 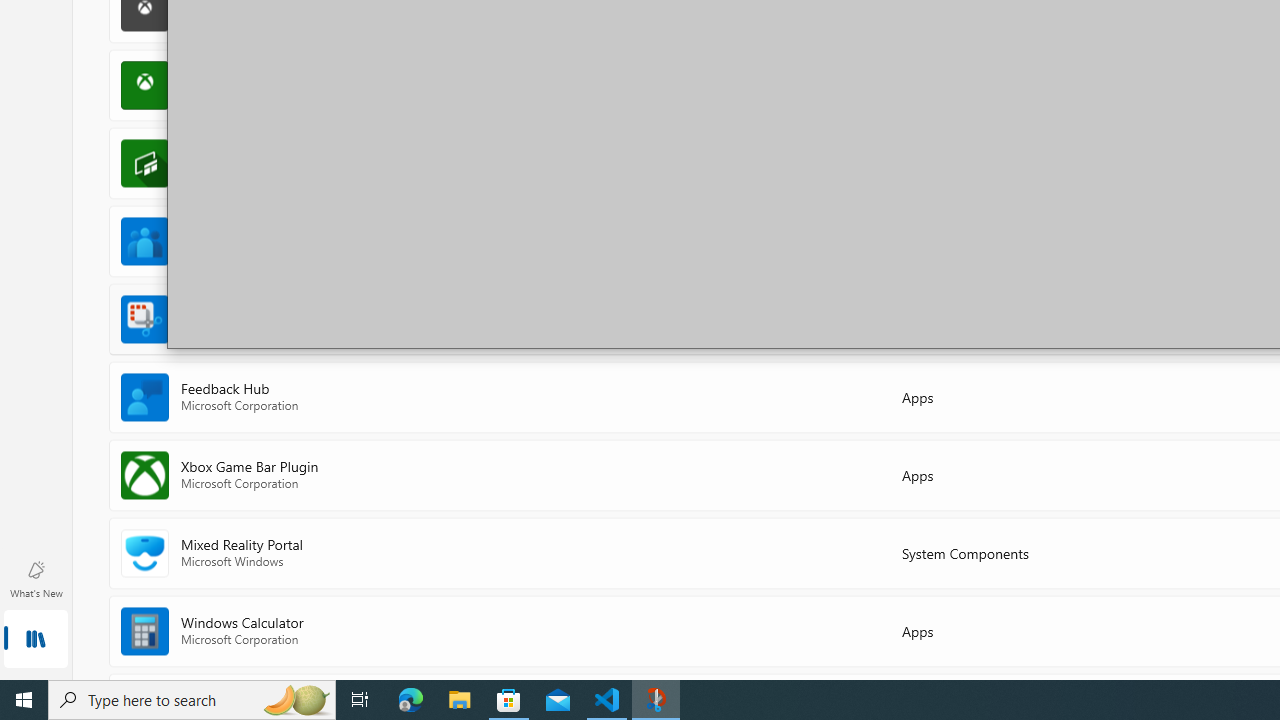 I want to click on 'File Explorer', so click(x=459, y=698).